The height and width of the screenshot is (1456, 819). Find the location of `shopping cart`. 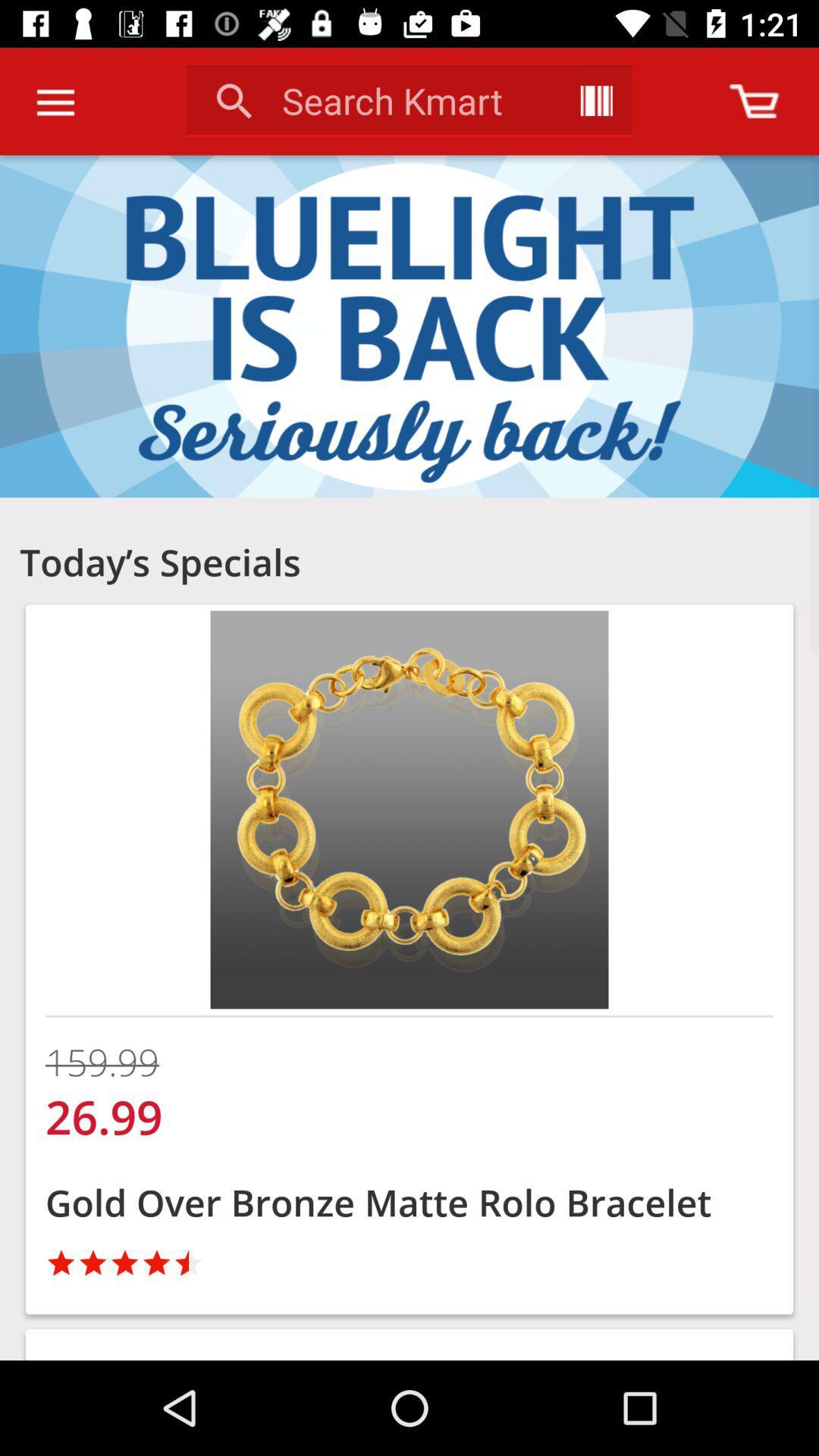

shopping cart is located at coordinates (754, 100).